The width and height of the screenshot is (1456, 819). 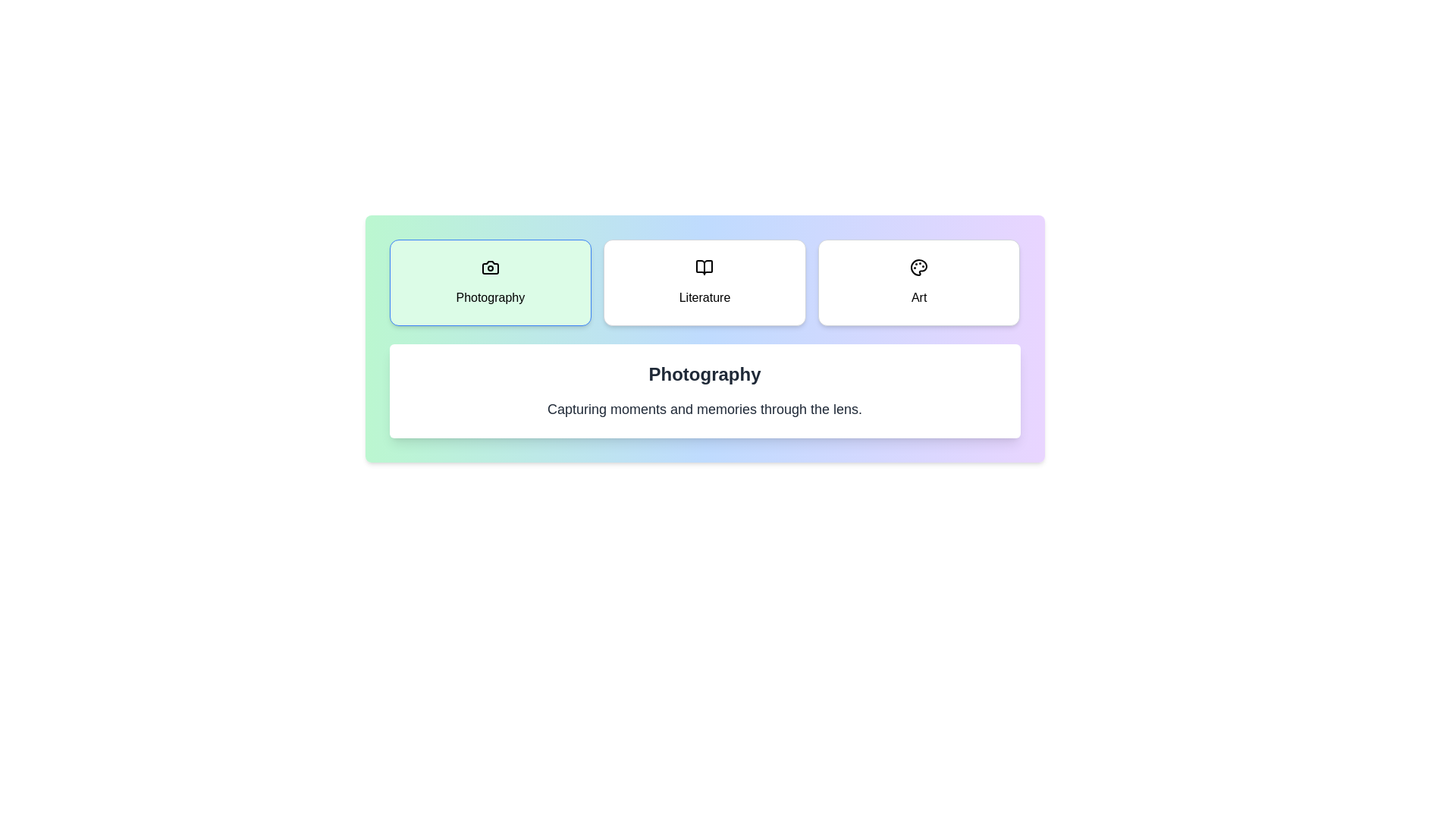 What do you see at coordinates (918, 283) in the screenshot?
I see `the 'Art' category button, which is the third element in a horizontal trio of selectable categories` at bounding box center [918, 283].